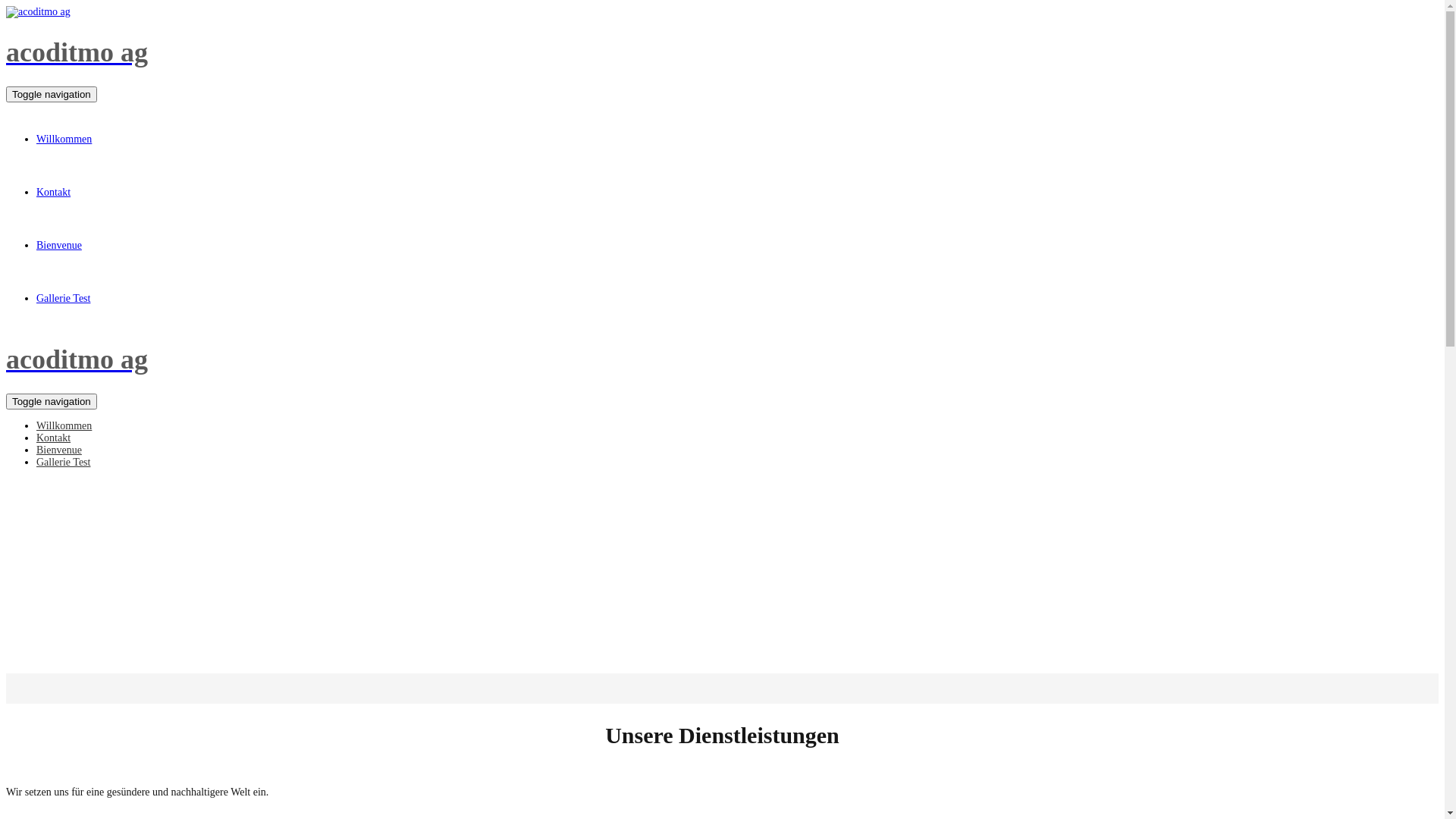  I want to click on 'Toggle navigation', so click(51, 94).